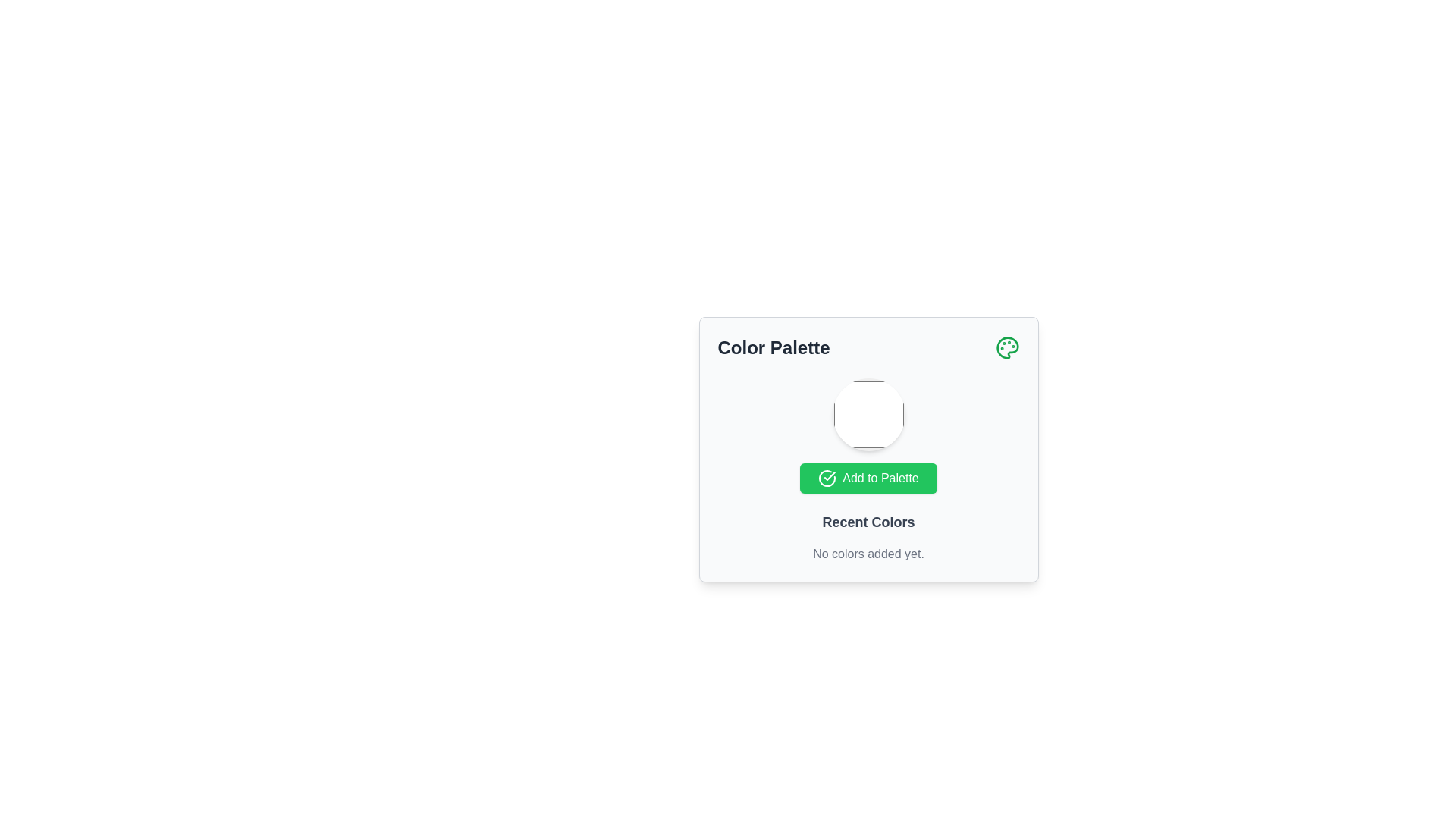  What do you see at coordinates (868, 449) in the screenshot?
I see `the 'Add to Palette' button located at the bottom of the 'Color Palette' card, which features a light gray background and rounded corners` at bounding box center [868, 449].